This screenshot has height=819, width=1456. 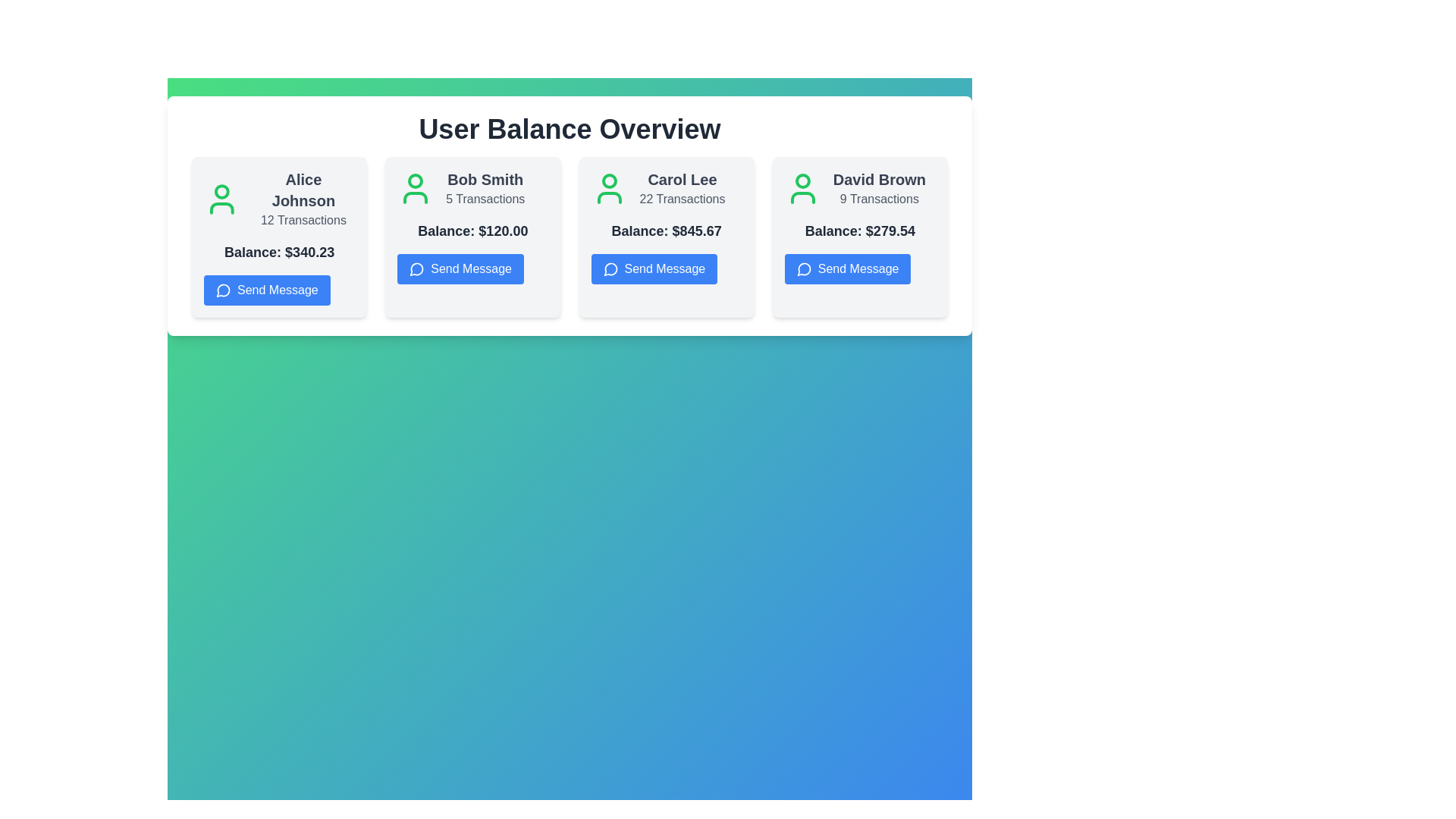 I want to click on the user avatar icon styled in green, located in the 'Bob Smith' user balance card, positioned at the top left near the user's name, so click(x=416, y=188).